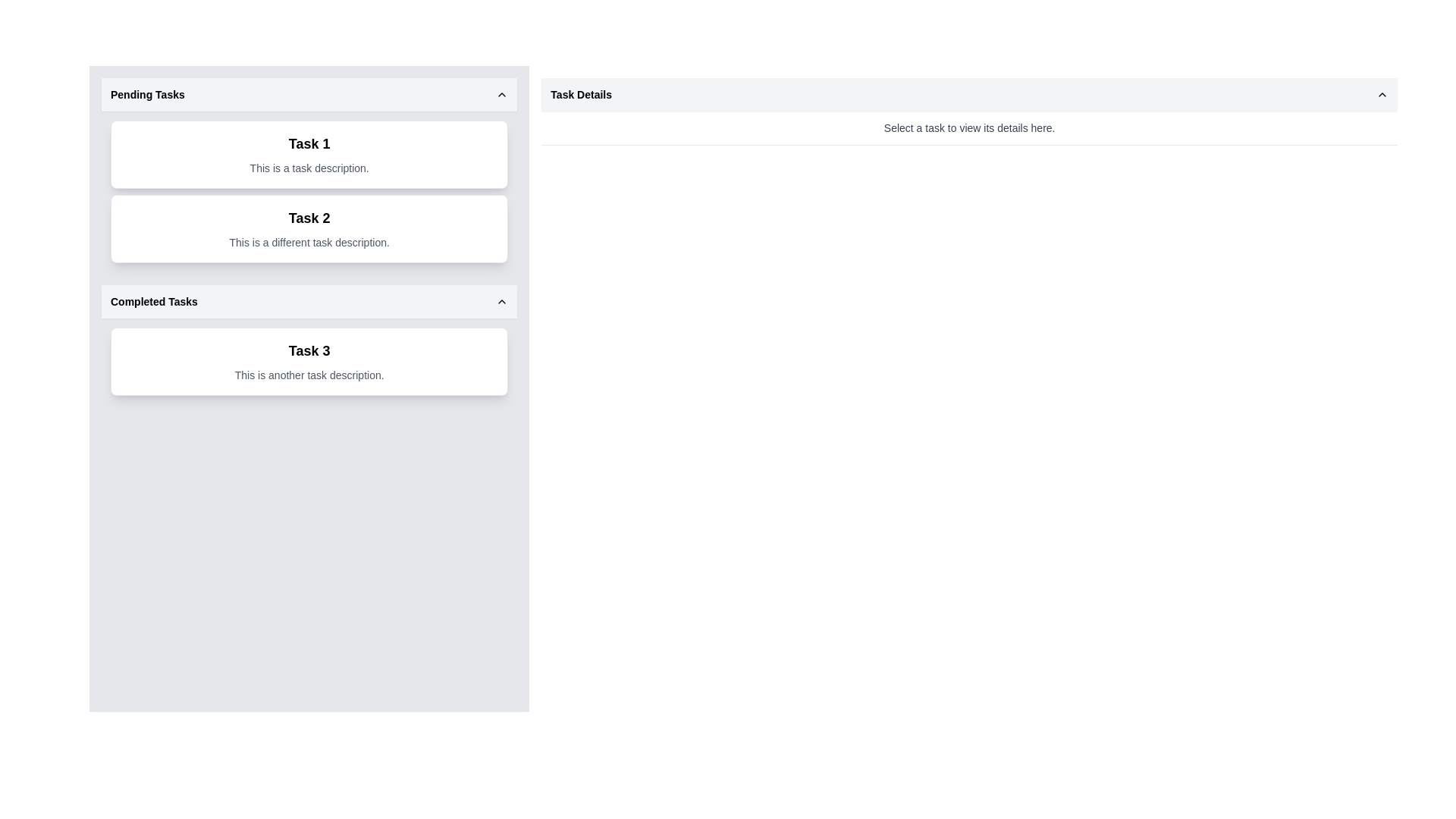 The width and height of the screenshot is (1456, 819). What do you see at coordinates (309, 143) in the screenshot?
I see `the text label that displays the title of a task in the 'Pending Tasks' section, positioned at the top of the task card` at bounding box center [309, 143].